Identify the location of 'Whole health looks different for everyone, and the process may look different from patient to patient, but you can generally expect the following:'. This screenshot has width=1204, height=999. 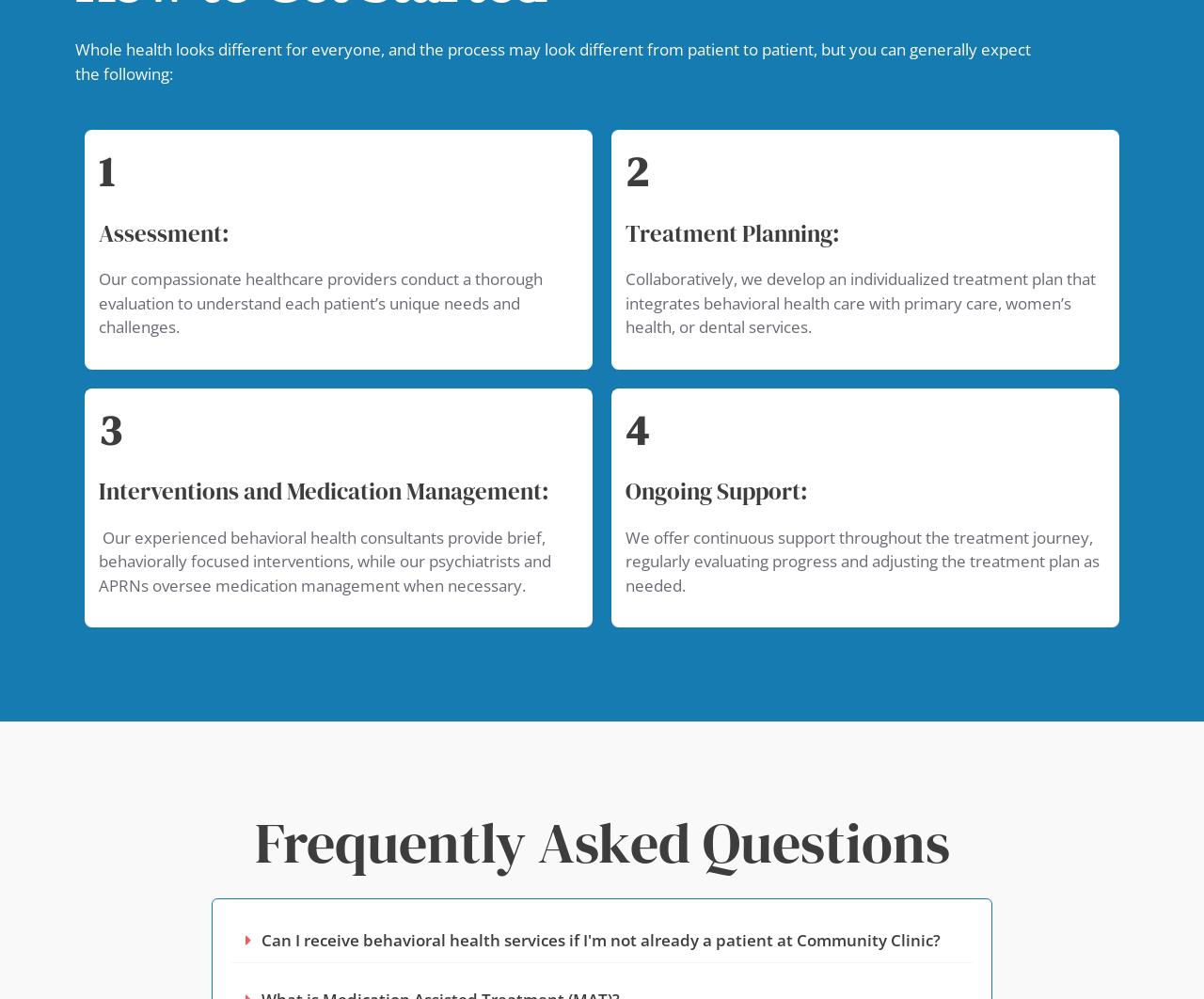
(552, 60).